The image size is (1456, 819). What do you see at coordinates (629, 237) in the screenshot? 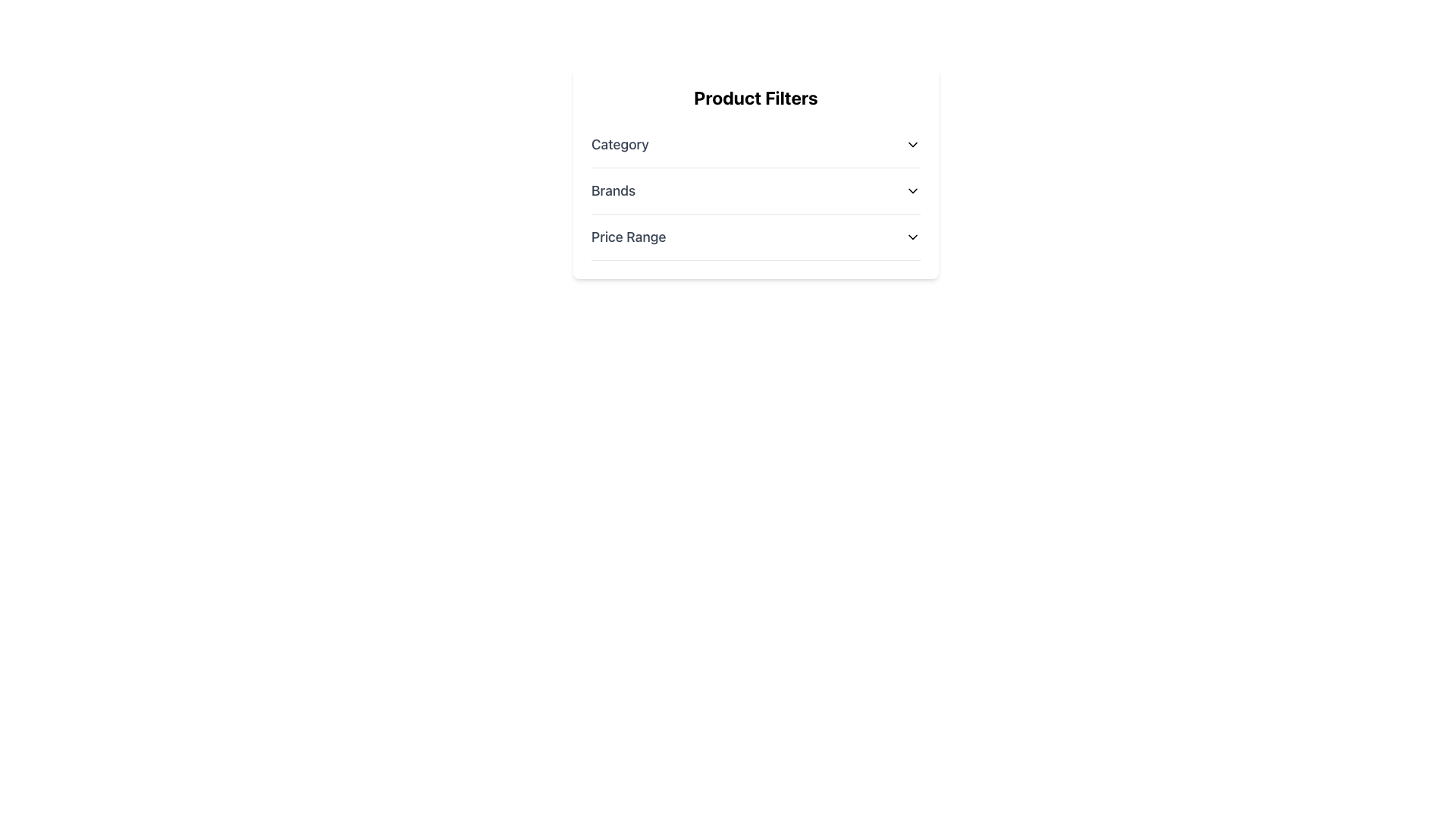
I see `the Text label that serves as a filter option in the product filters list, located to the left of a chevron icon and below 'Category' and 'Brands'` at bounding box center [629, 237].